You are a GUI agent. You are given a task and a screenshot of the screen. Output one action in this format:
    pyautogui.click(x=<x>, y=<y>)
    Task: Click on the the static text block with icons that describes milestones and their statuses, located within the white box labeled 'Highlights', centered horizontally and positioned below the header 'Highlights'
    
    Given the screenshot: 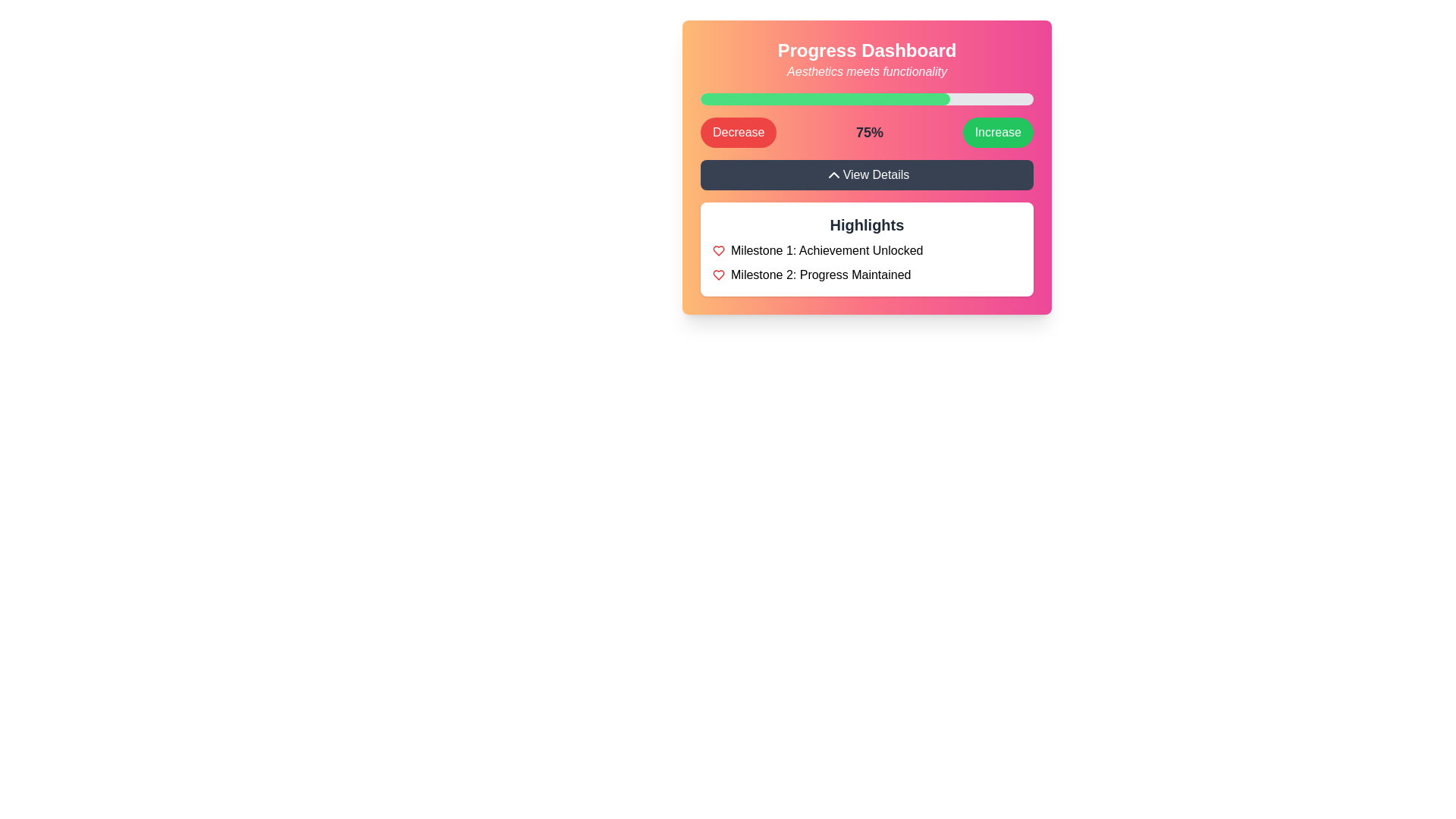 What is the action you would take?
    pyautogui.click(x=867, y=262)
    